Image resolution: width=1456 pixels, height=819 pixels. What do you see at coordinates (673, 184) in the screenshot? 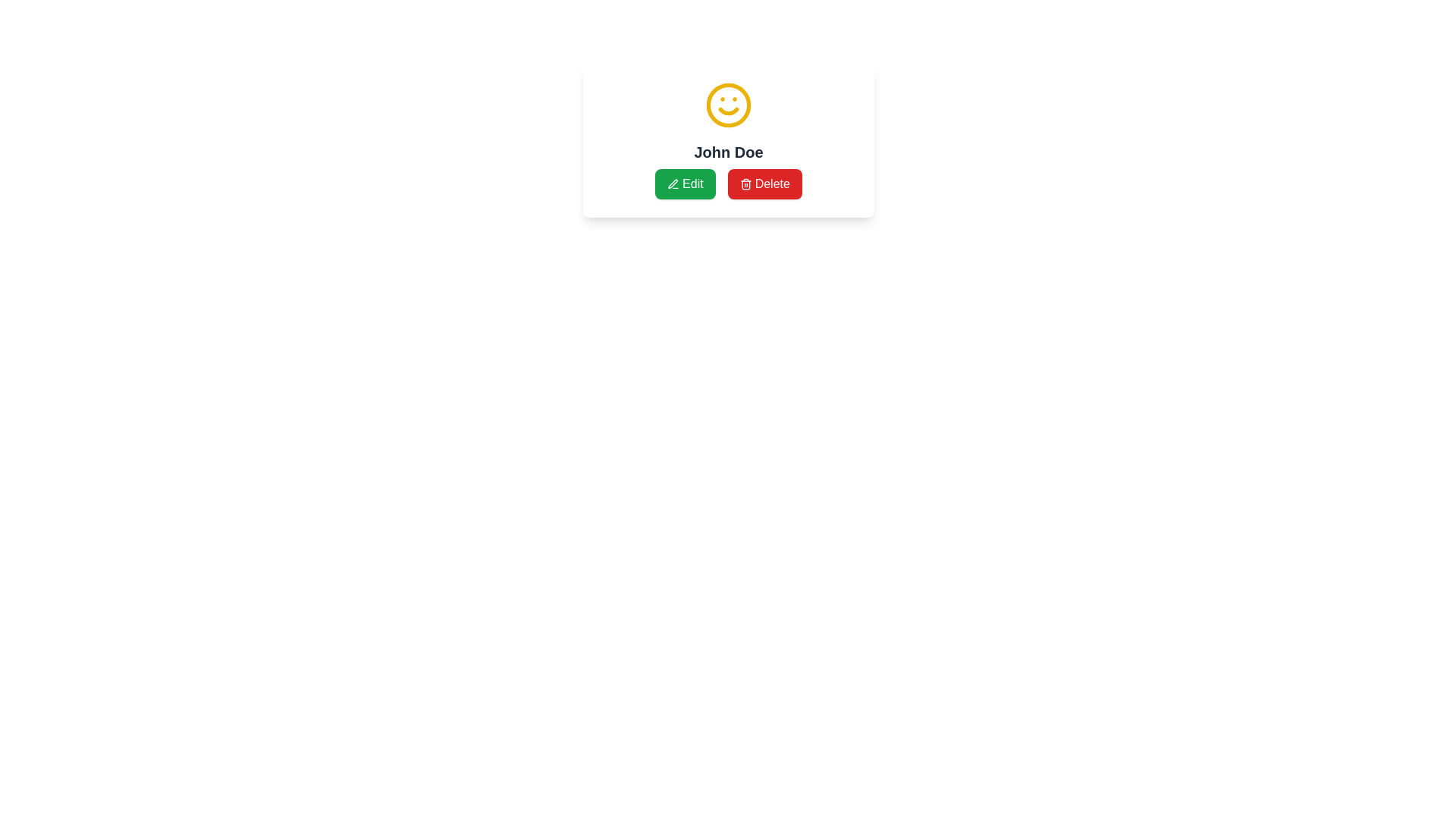
I see `the 'Edit' button, which is visually enhanced by an icon located to the left of the text 'Edit' within a green rounded rectangle button` at bounding box center [673, 184].